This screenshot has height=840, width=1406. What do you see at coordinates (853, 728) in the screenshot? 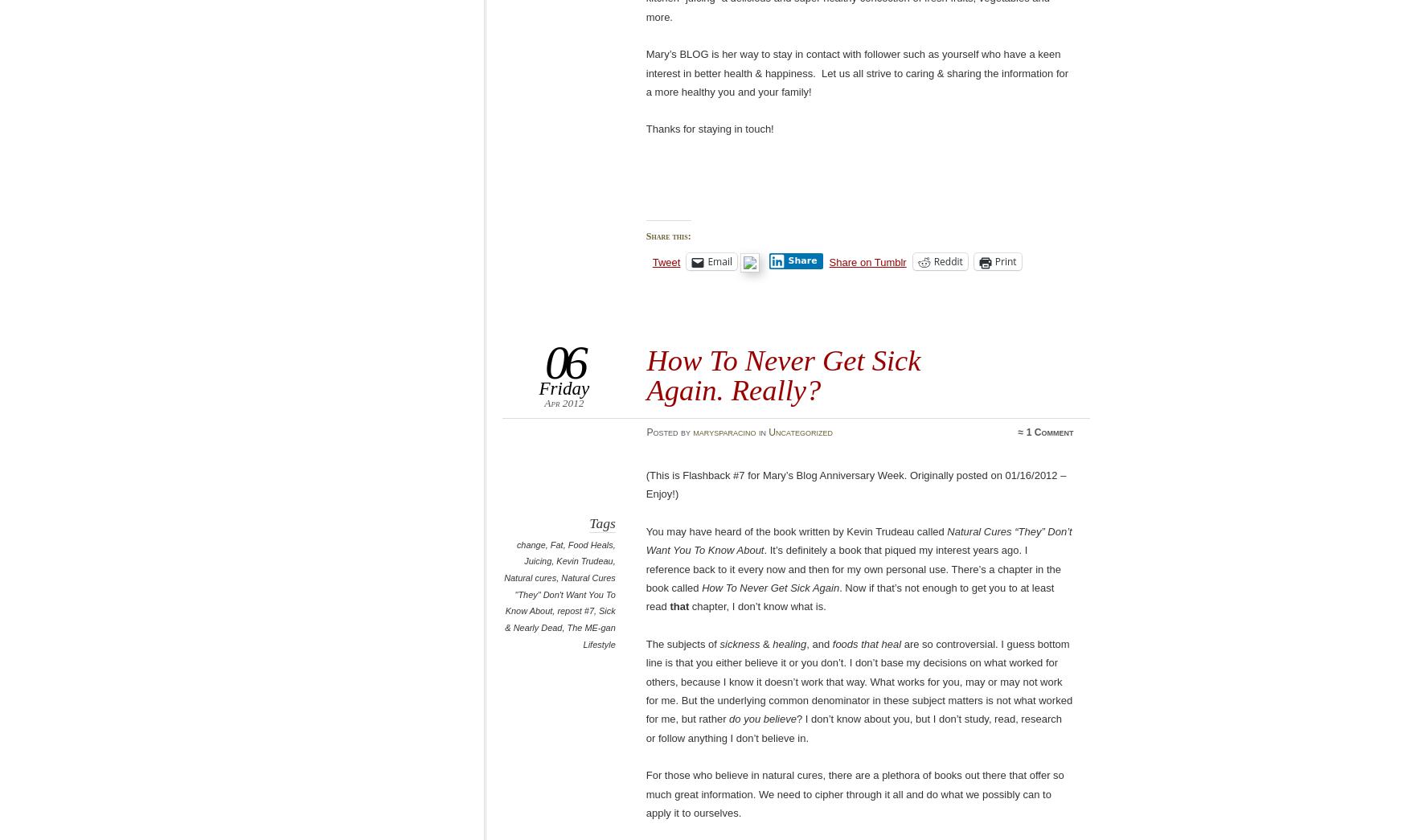
I see `'? I don’t know about you, but I don’t study, read, research or follow anything I don’t believe in.'` at bounding box center [853, 728].